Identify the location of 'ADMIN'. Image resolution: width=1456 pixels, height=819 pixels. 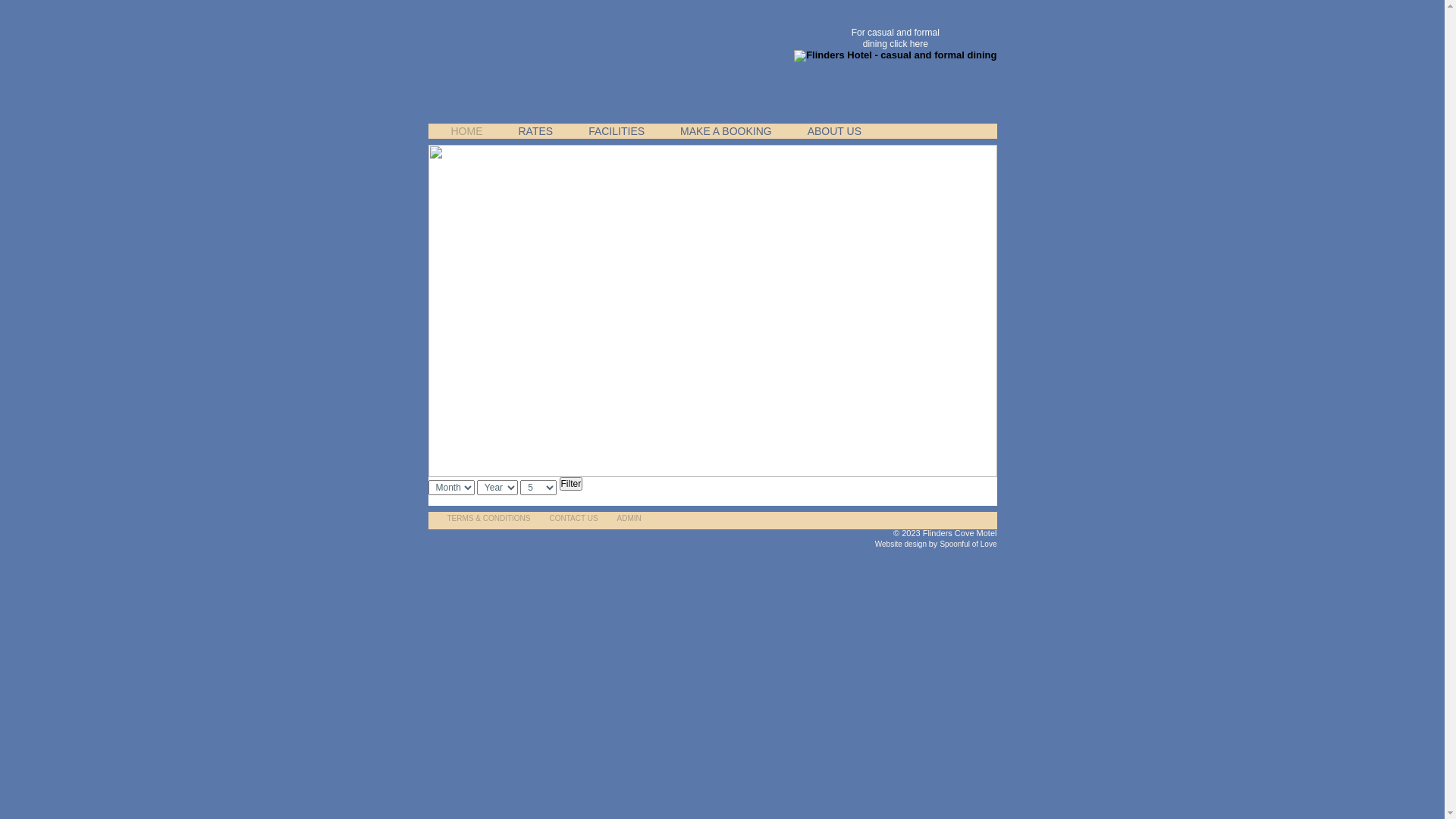
(610, 517).